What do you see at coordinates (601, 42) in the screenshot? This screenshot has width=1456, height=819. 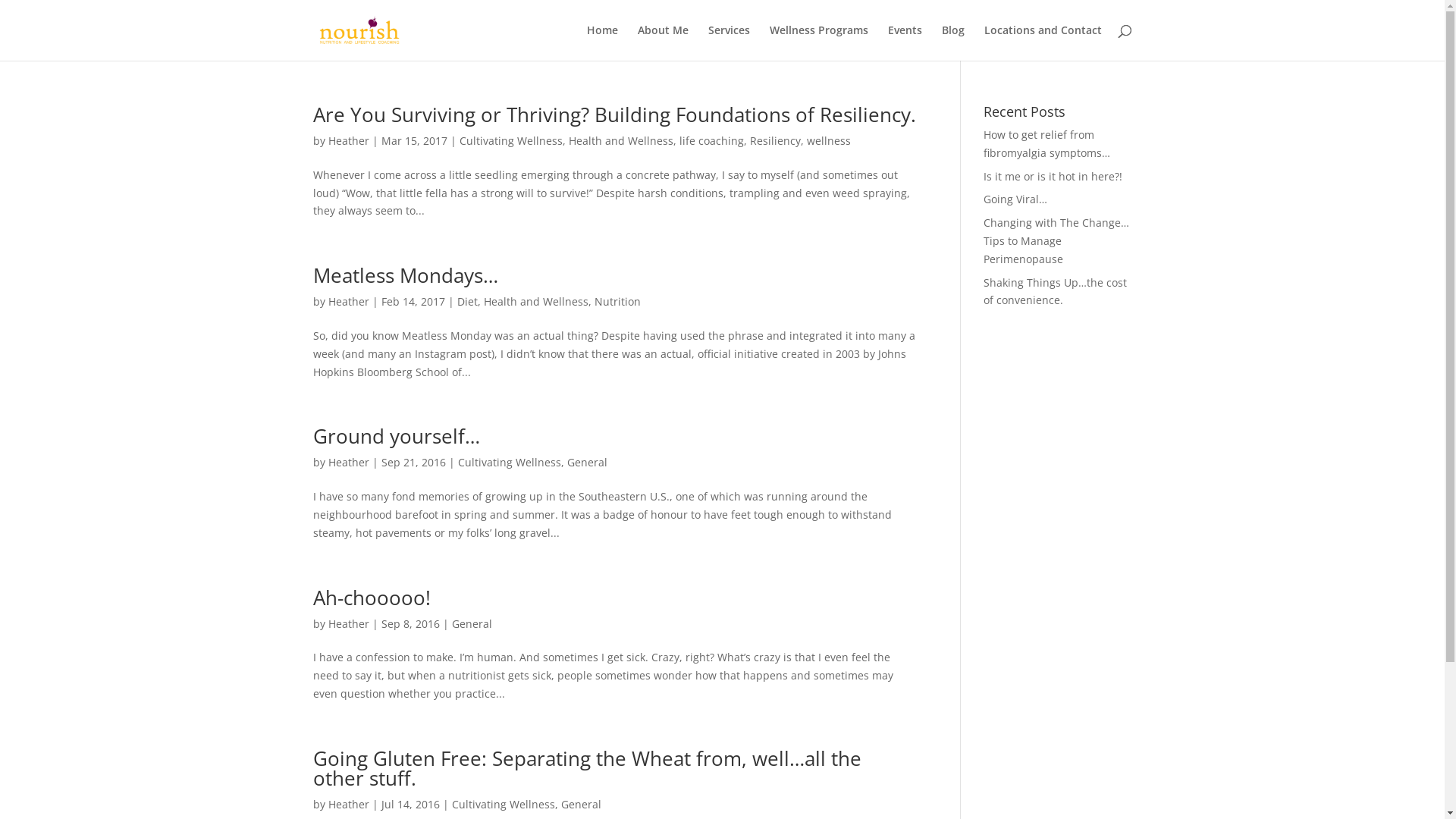 I see `'Home'` at bounding box center [601, 42].